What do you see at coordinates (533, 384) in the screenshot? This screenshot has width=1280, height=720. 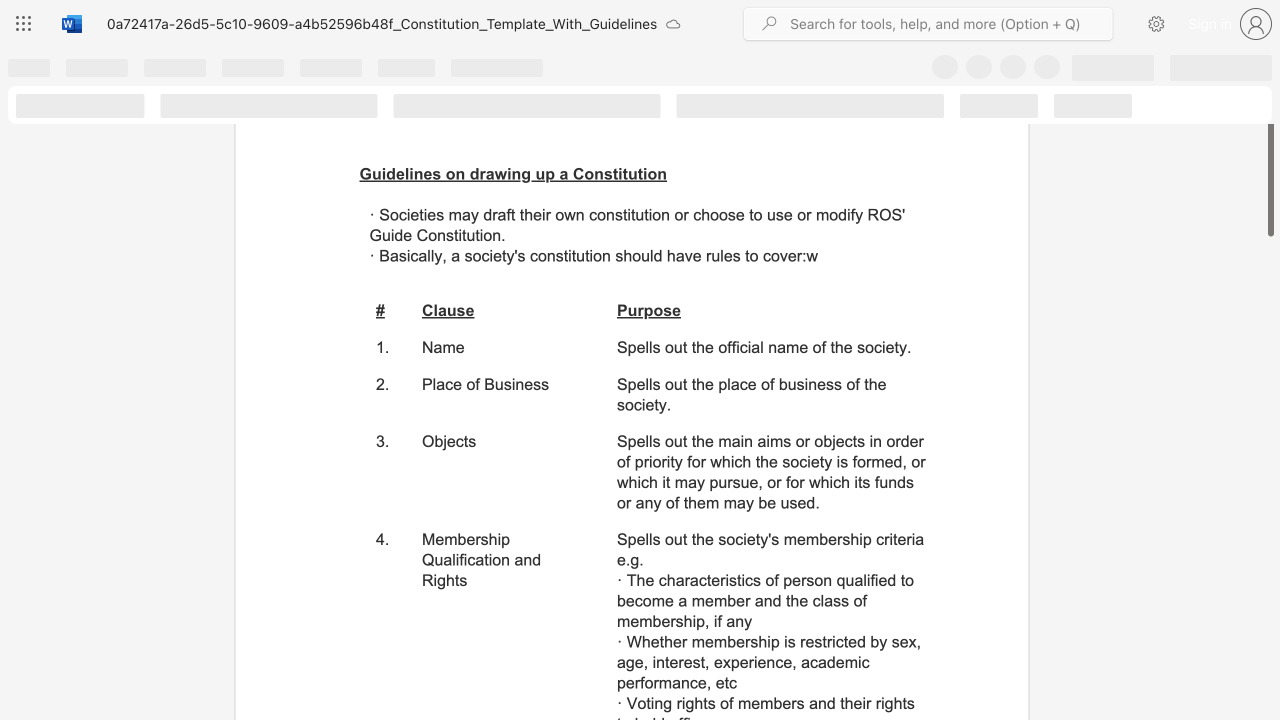 I see `the subset text "ss" within the text "Place of Business"` at bounding box center [533, 384].